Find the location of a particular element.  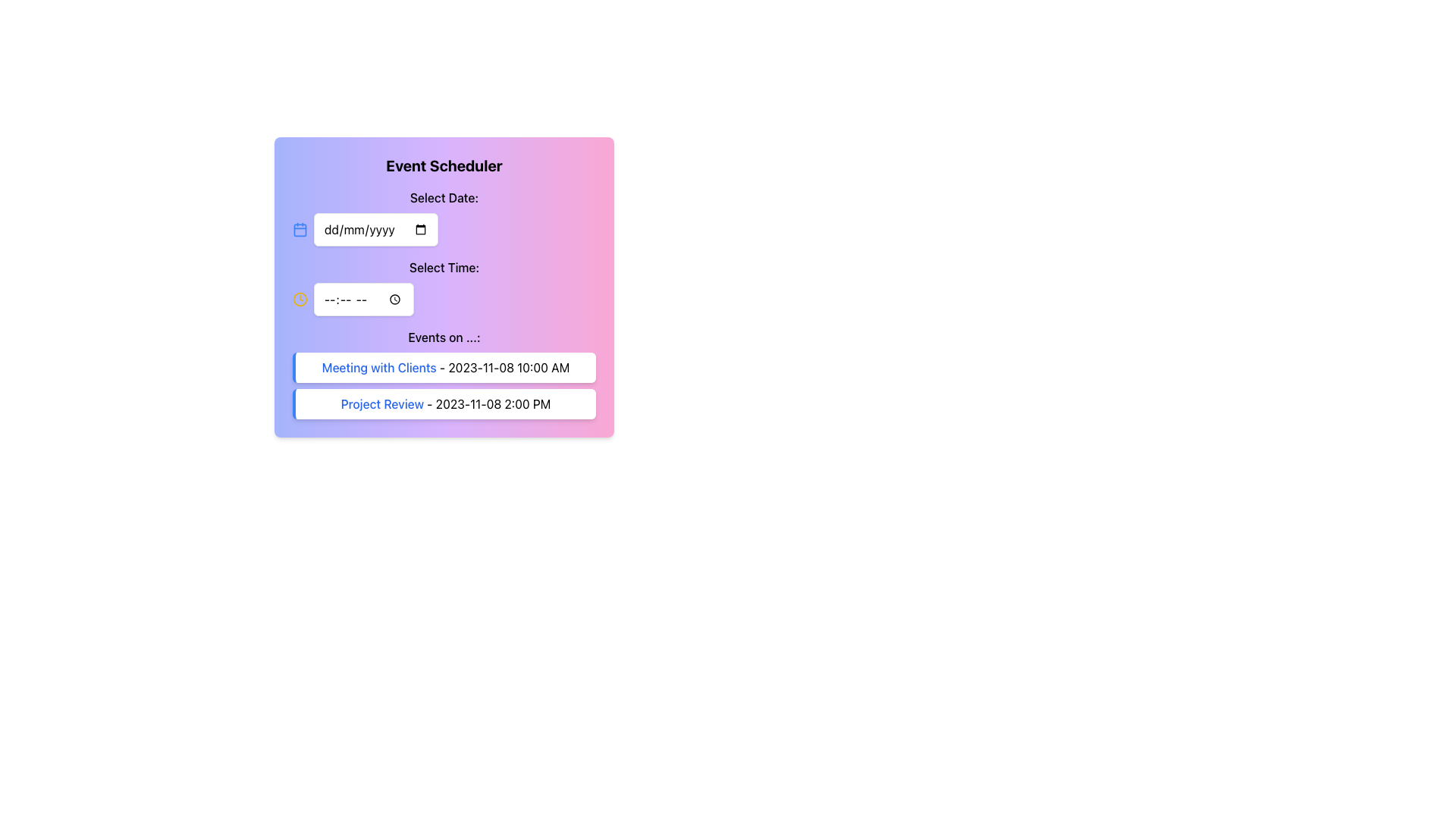

the decorative circular border within the clock-shaped icon, which is located to the right of the 'Select Time' text field in the scheduling interface is located at coordinates (300, 299).